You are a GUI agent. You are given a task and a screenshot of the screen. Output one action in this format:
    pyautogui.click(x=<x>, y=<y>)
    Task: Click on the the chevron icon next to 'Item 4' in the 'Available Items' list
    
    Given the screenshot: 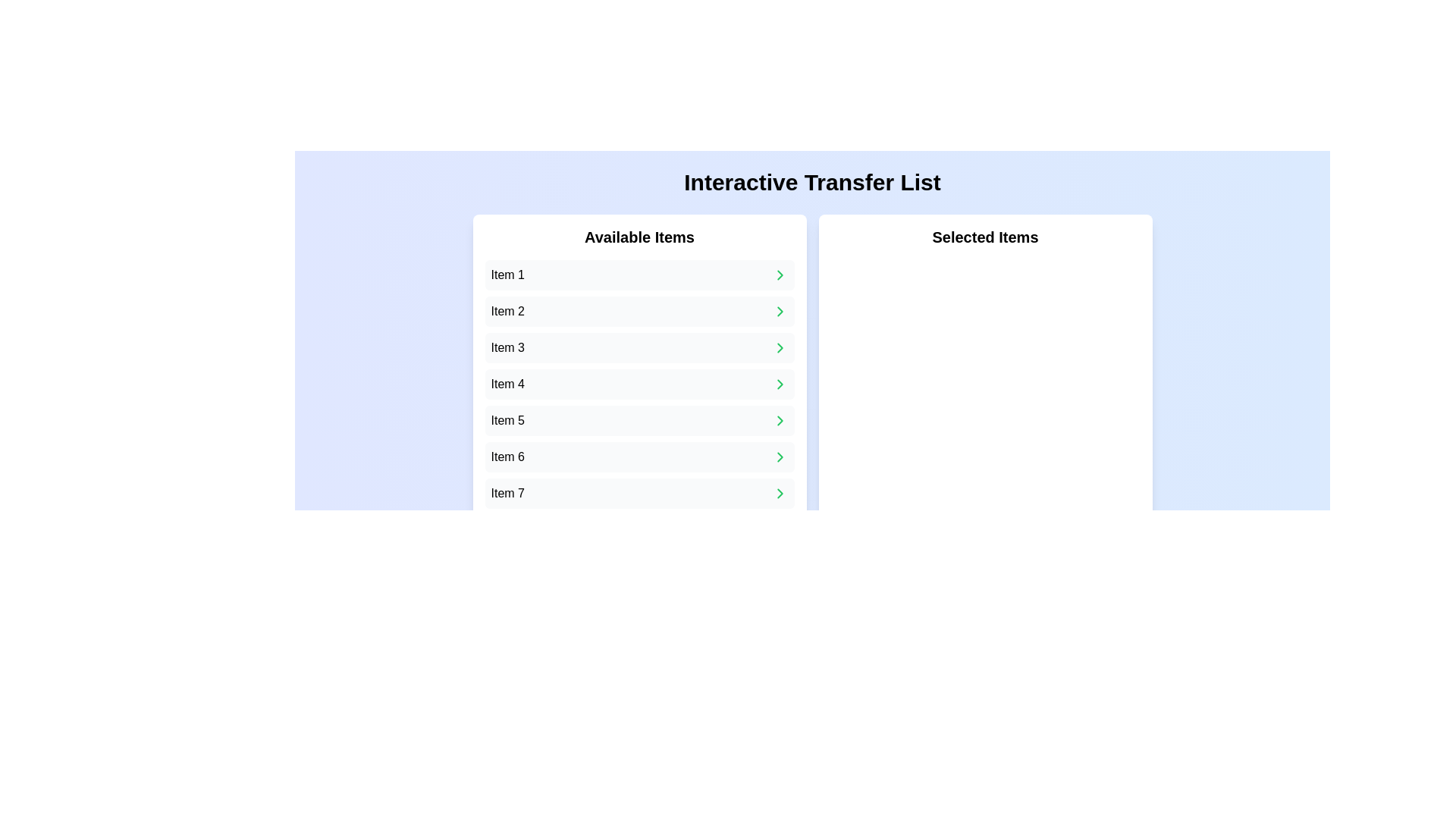 What is the action you would take?
    pyautogui.click(x=780, y=383)
    